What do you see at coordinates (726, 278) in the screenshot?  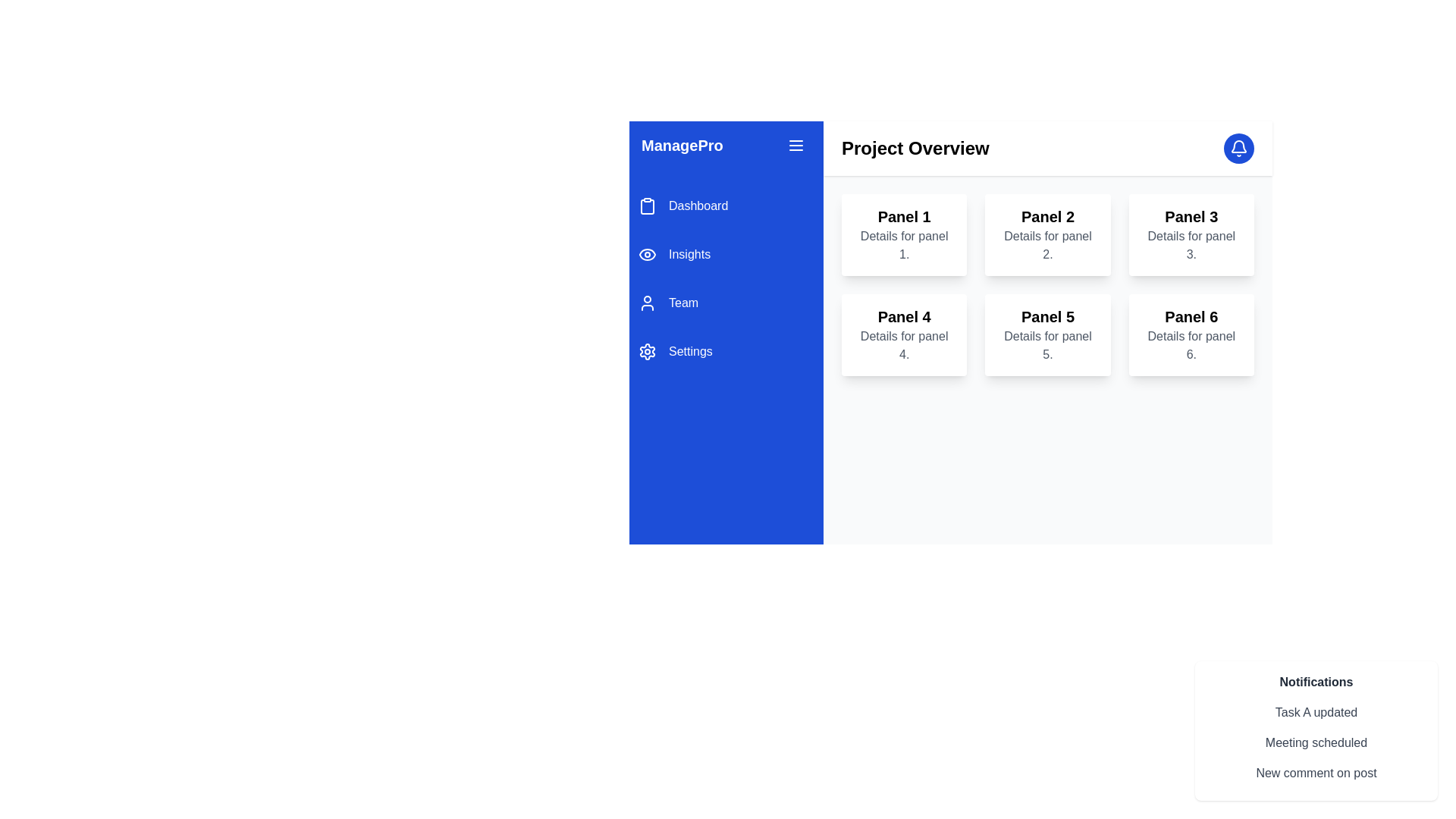 I see `the 'Team' section of the vertical navigation menu located in the blue sidebar` at bounding box center [726, 278].